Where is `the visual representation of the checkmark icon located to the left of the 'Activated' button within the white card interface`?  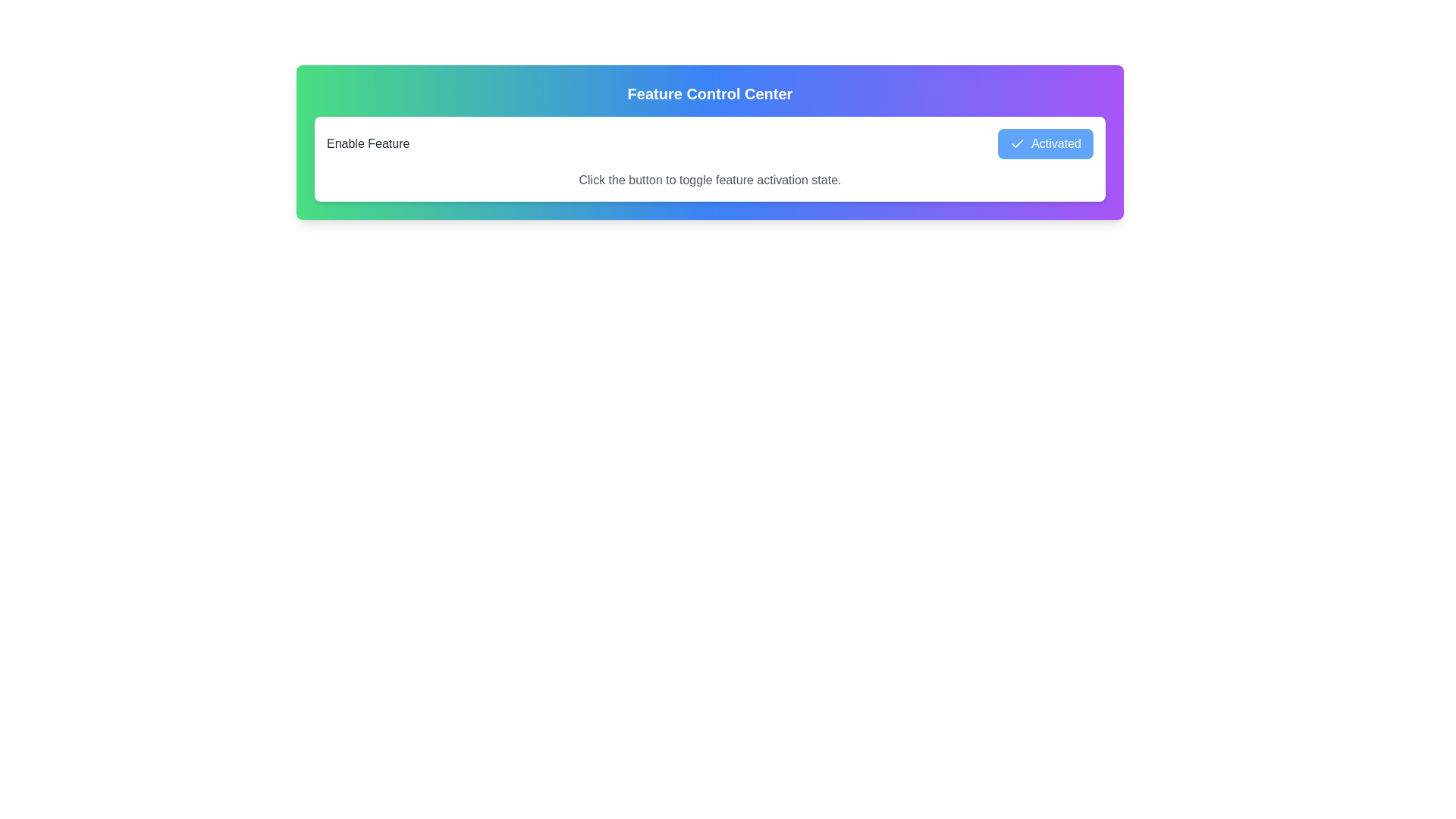 the visual representation of the checkmark icon located to the left of the 'Activated' button within the white card interface is located at coordinates (1018, 143).